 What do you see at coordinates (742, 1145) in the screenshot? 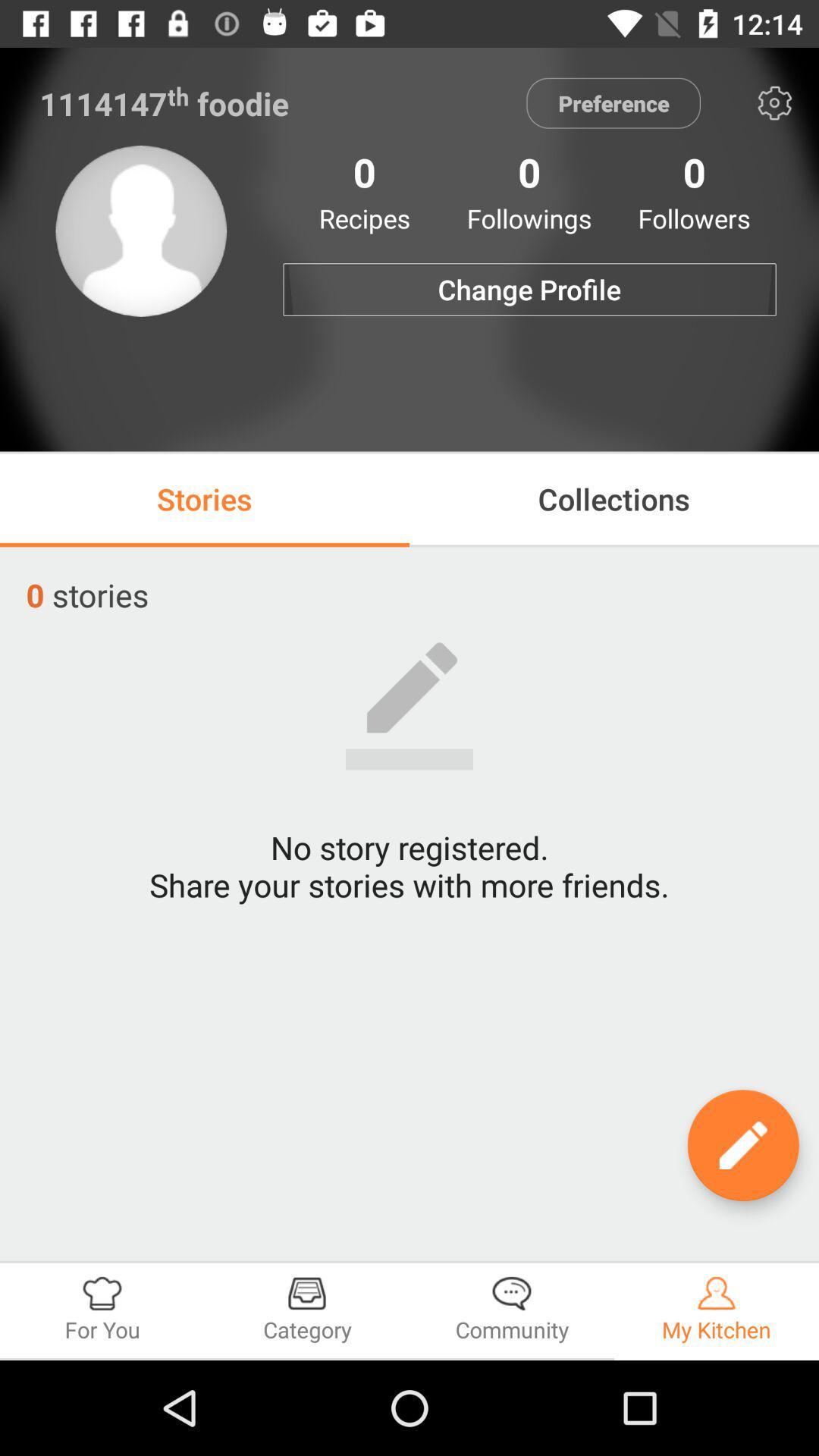
I see `a post` at bounding box center [742, 1145].